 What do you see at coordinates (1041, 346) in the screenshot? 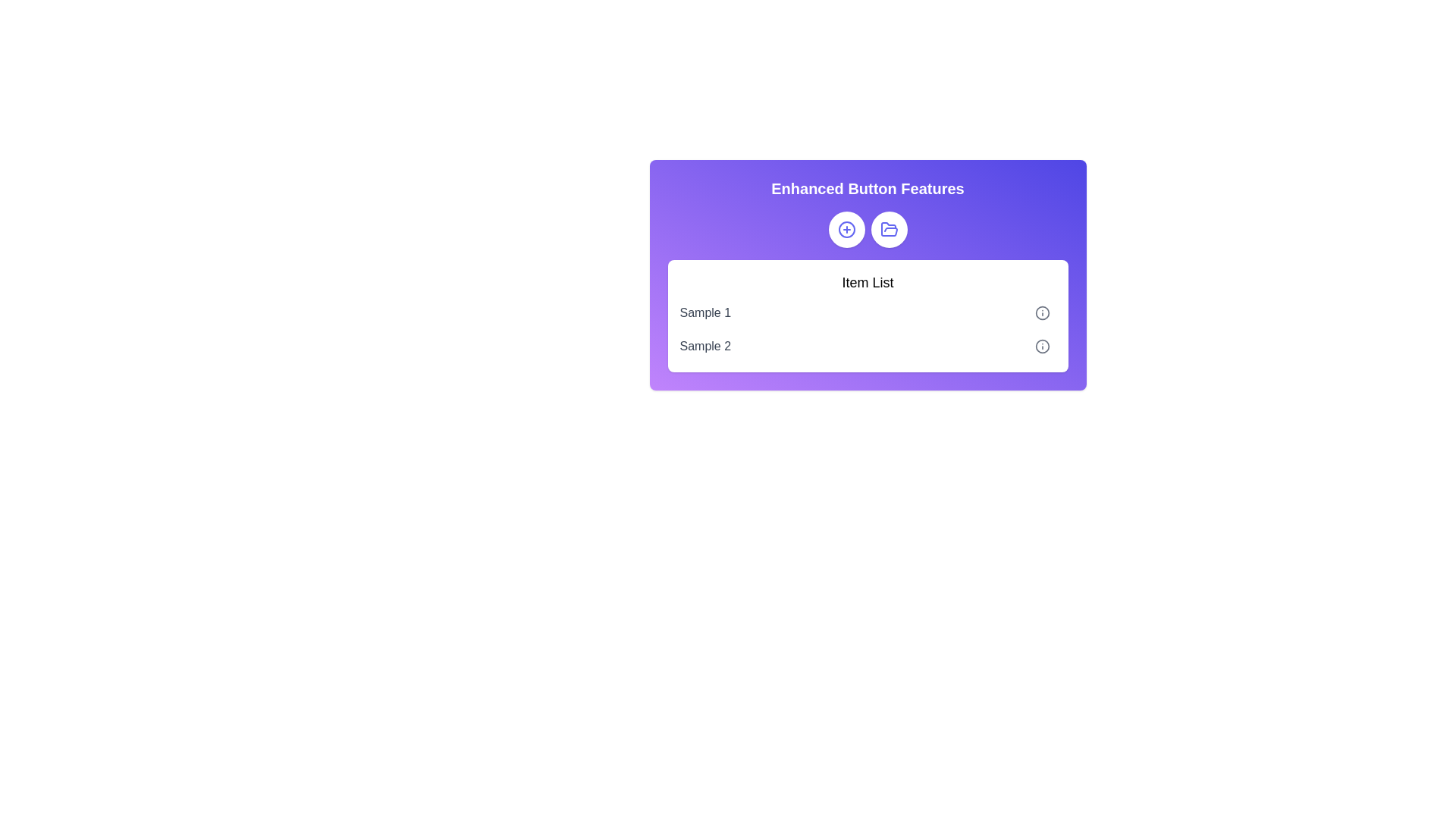
I see `the outermost circle icon located to the right of the 'Item List' section, which is non-interactive and serves as a graphical representation` at bounding box center [1041, 346].